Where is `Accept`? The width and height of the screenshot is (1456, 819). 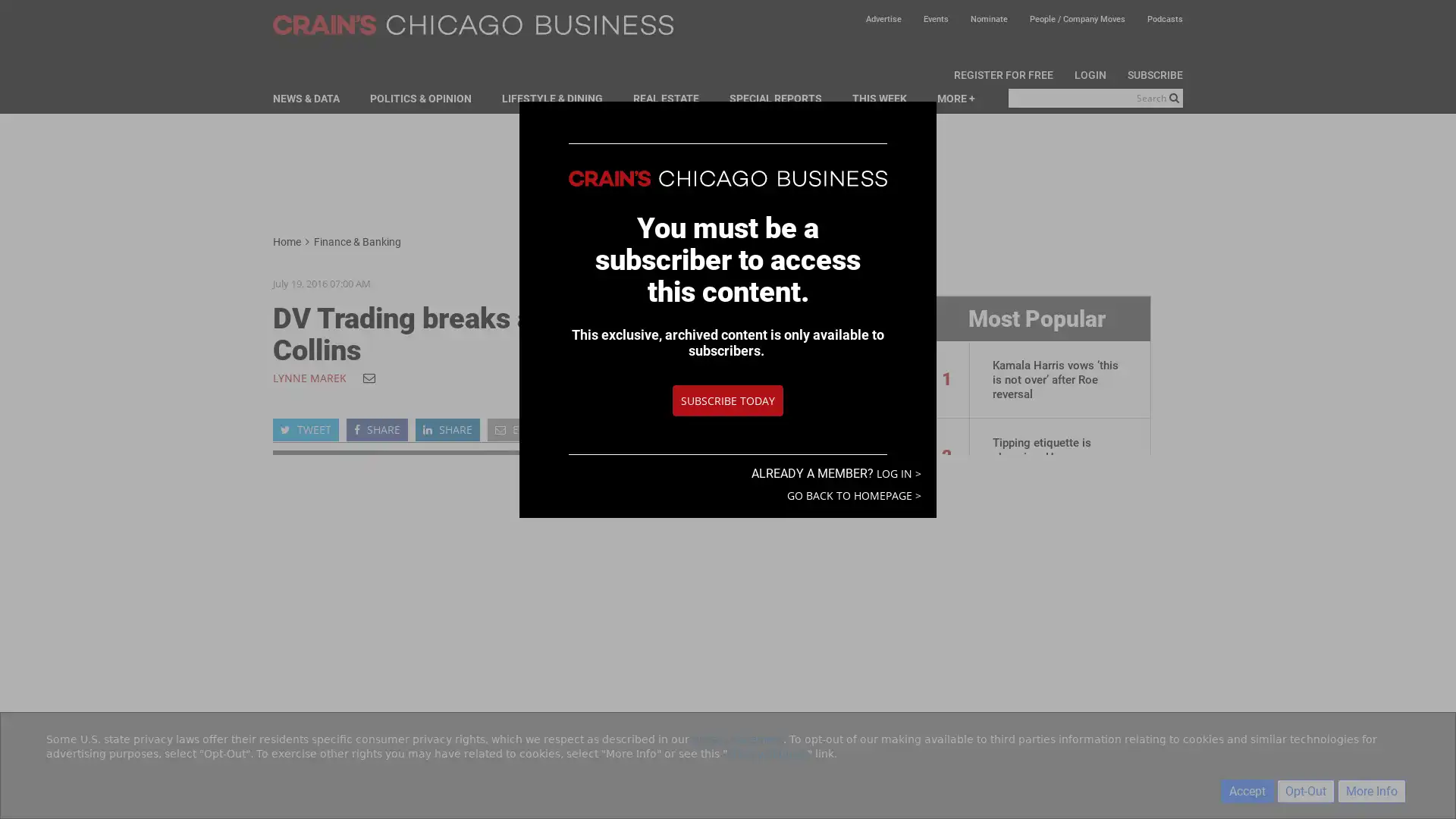
Accept is located at coordinates (1247, 790).